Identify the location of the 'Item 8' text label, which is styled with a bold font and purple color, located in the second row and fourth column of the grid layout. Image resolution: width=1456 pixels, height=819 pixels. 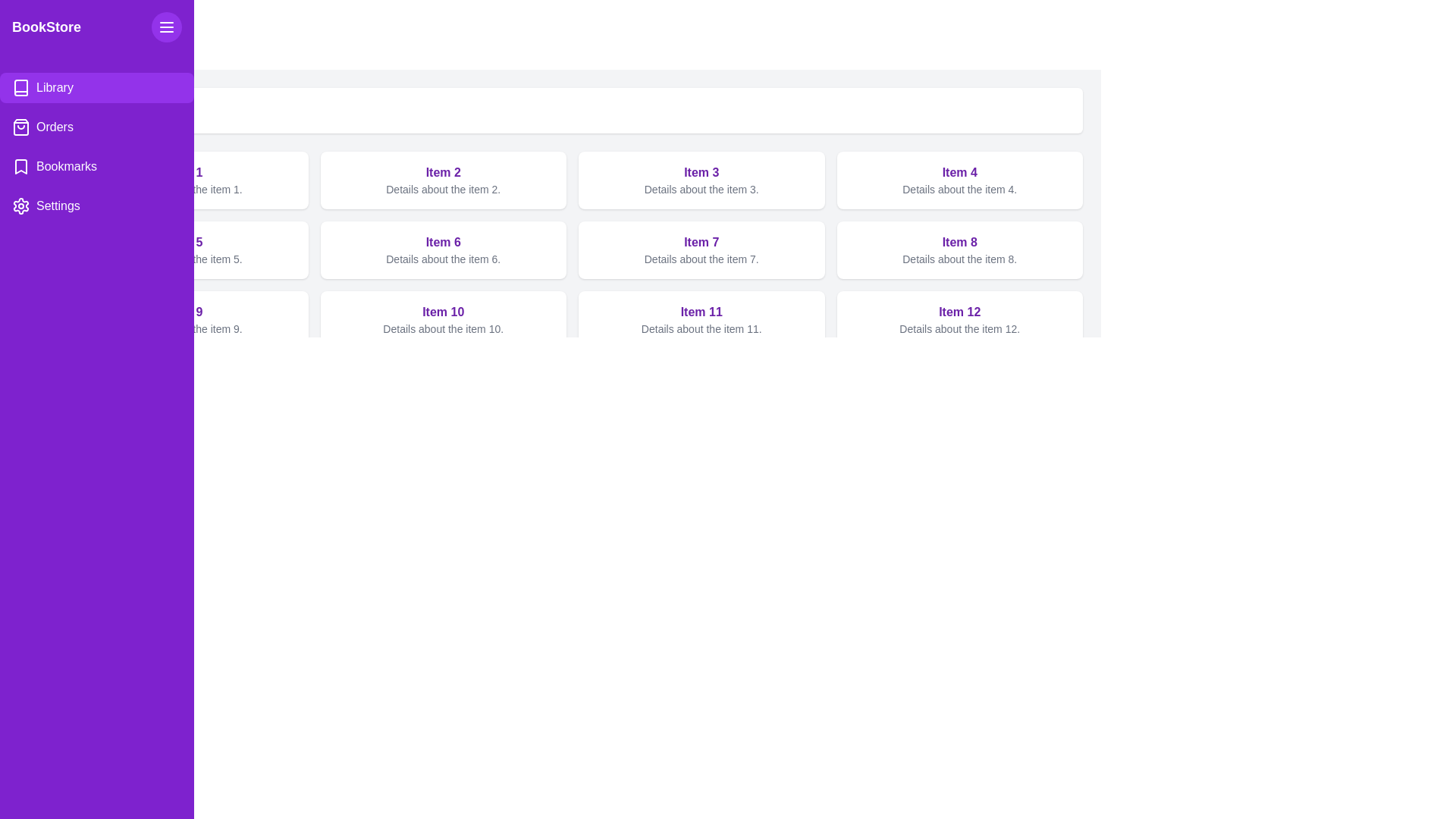
(959, 242).